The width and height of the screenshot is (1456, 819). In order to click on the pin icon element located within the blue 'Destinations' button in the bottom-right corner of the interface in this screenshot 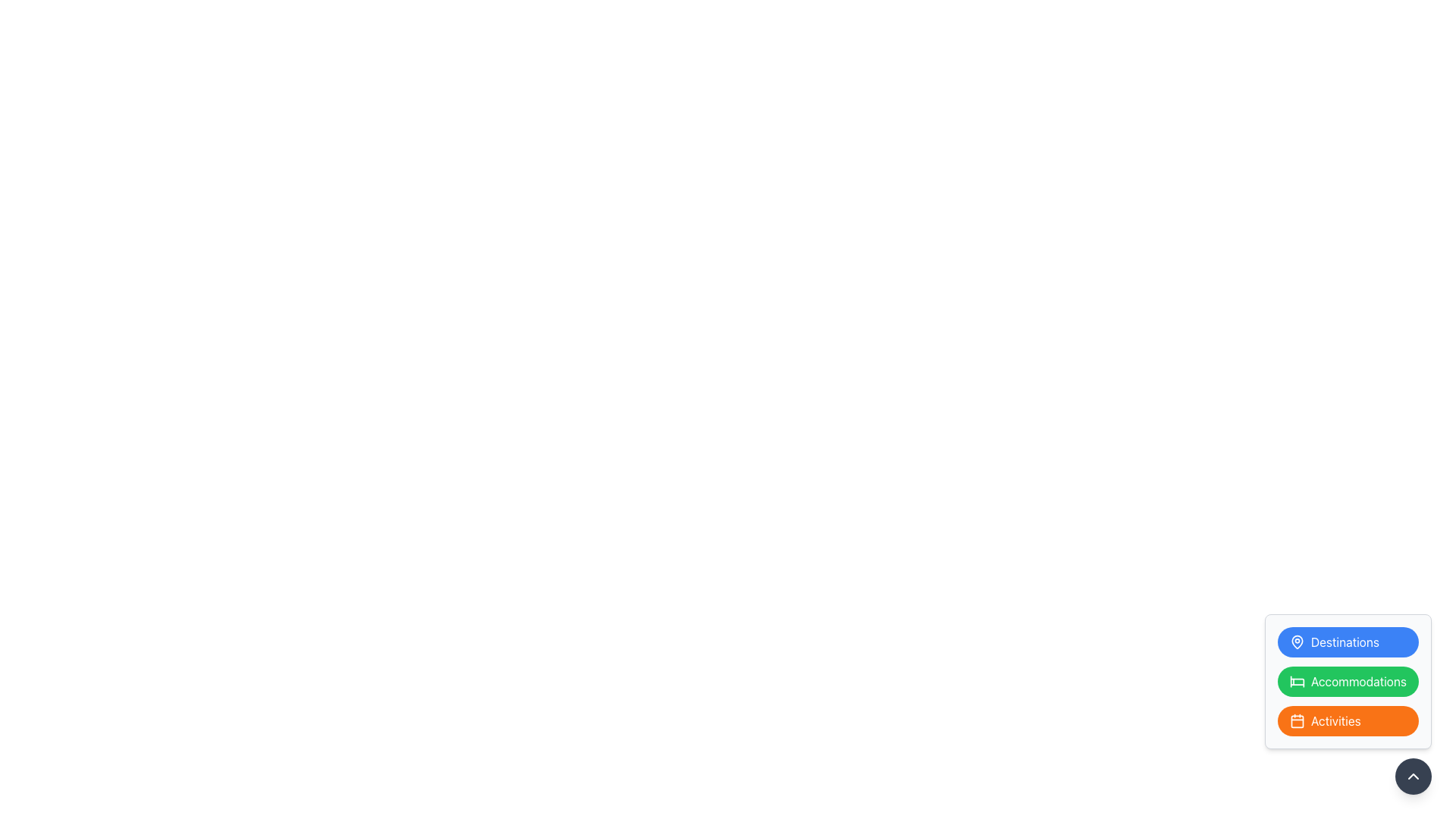, I will do `click(1296, 642)`.